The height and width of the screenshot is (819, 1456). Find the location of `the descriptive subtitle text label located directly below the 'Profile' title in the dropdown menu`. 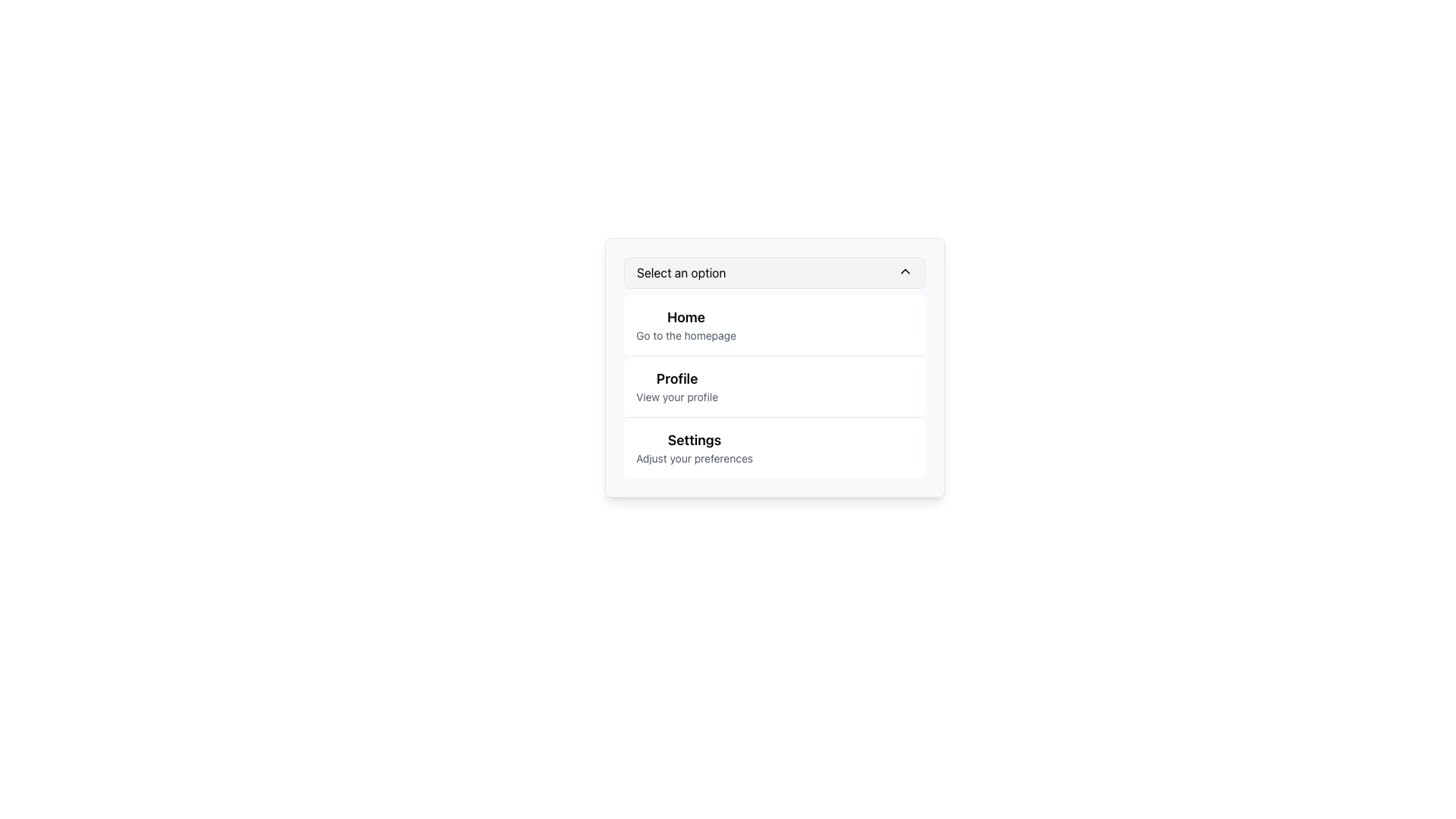

the descriptive subtitle text label located directly below the 'Profile' title in the dropdown menu is located at coordinates (676, 397).